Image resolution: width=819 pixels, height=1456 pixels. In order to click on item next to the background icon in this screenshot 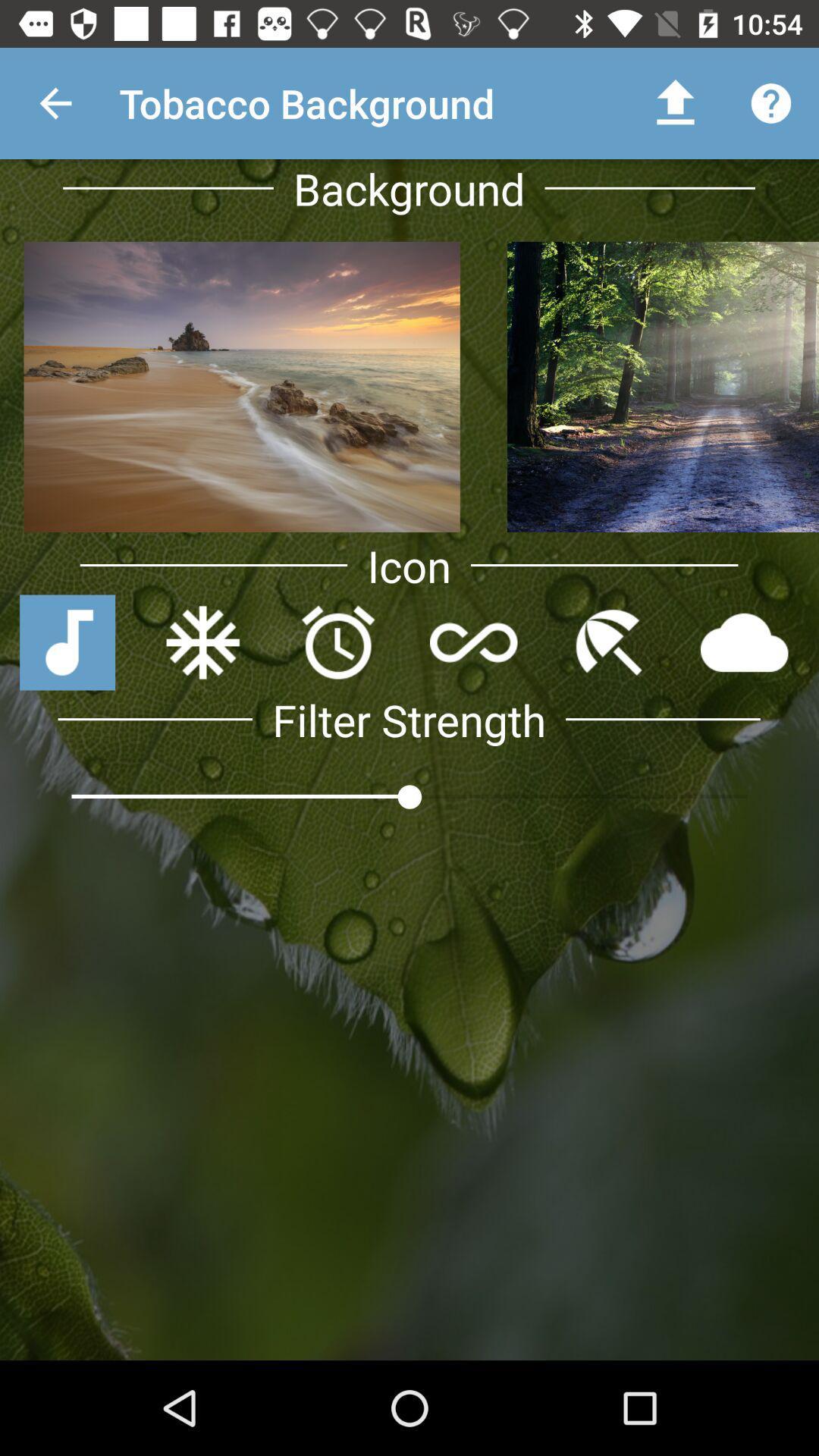, I will do `click(675, 102)`.